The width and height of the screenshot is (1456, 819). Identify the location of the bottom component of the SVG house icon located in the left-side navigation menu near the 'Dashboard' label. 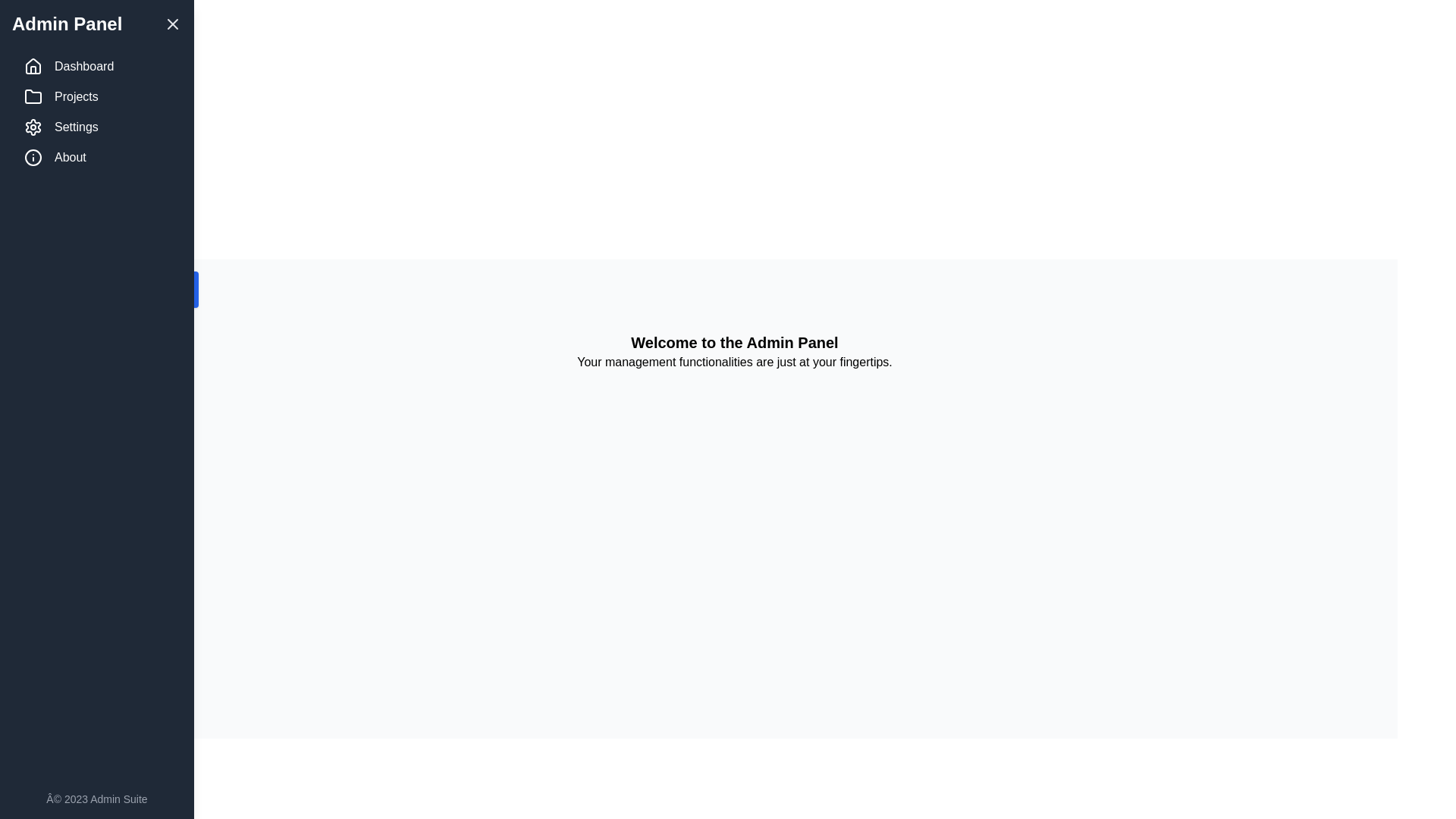
(33, 70).